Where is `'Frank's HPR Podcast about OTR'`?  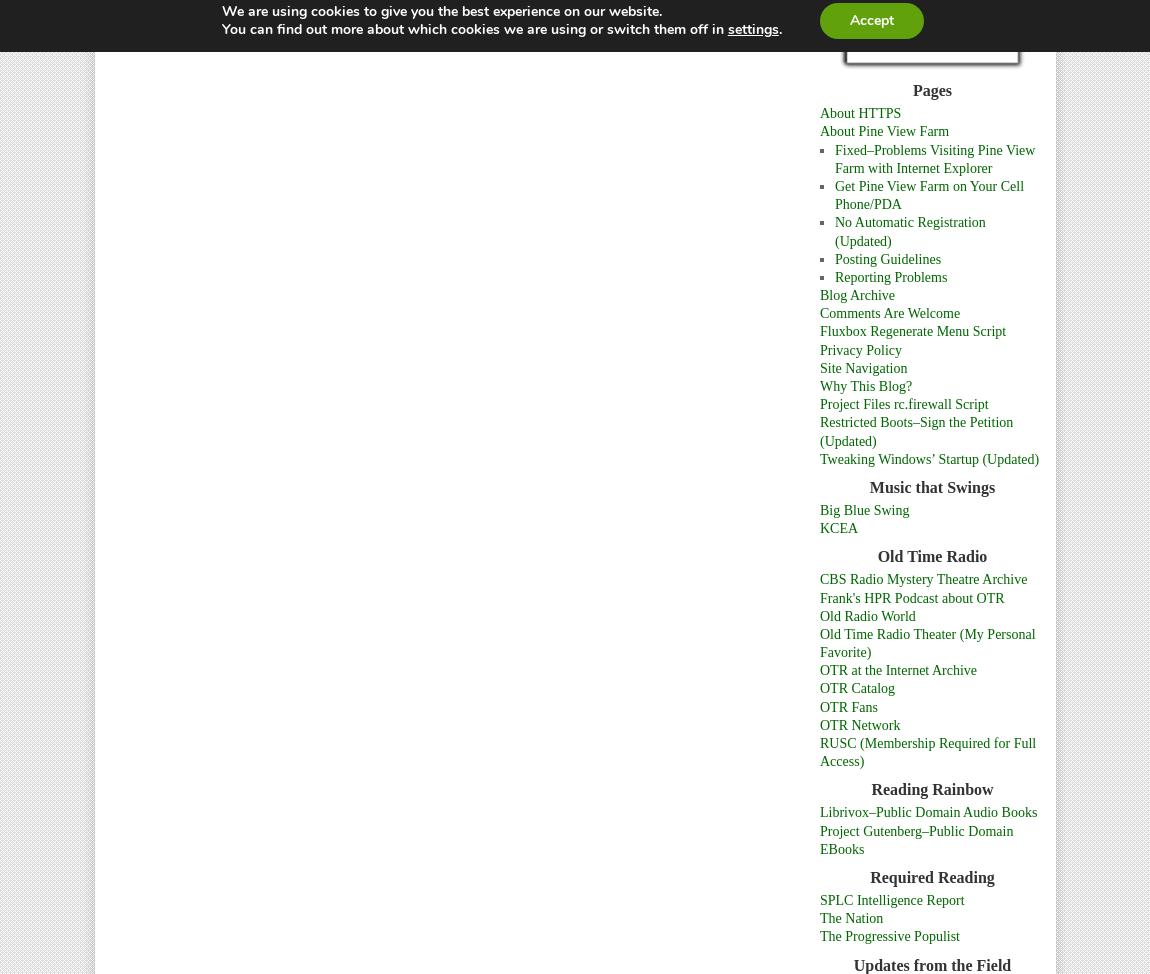
'Frank's HPR Podcast about OTR' is located at coordinates (911, 596).